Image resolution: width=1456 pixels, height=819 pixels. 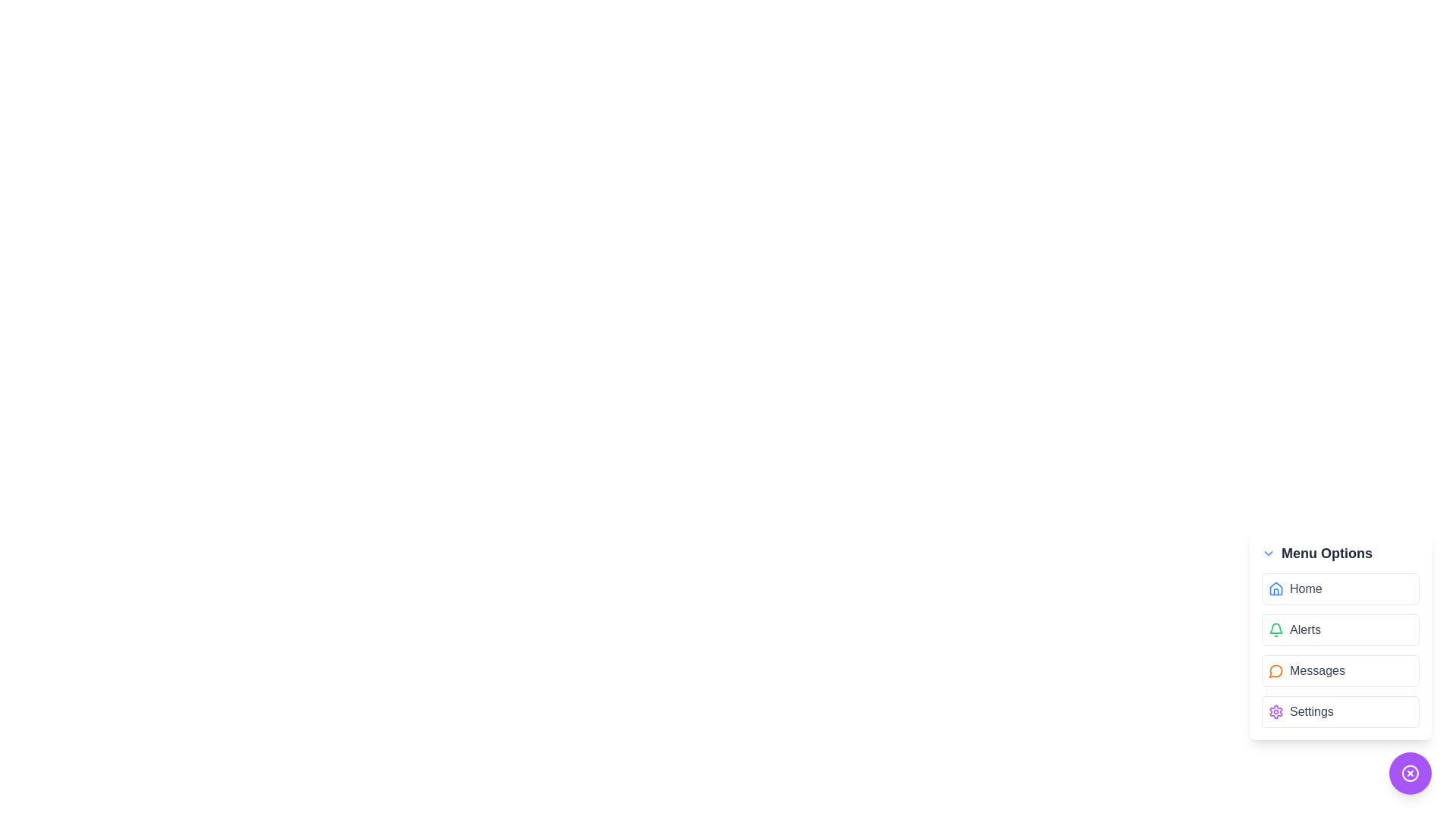 What do you see at coordinates (1275, 670) in the screenshot?
I see `the 'Messages' menu icon, which is the third item in the vertical 'Menu Options' and located to the left of the text` at bounding box center [1275, 670].